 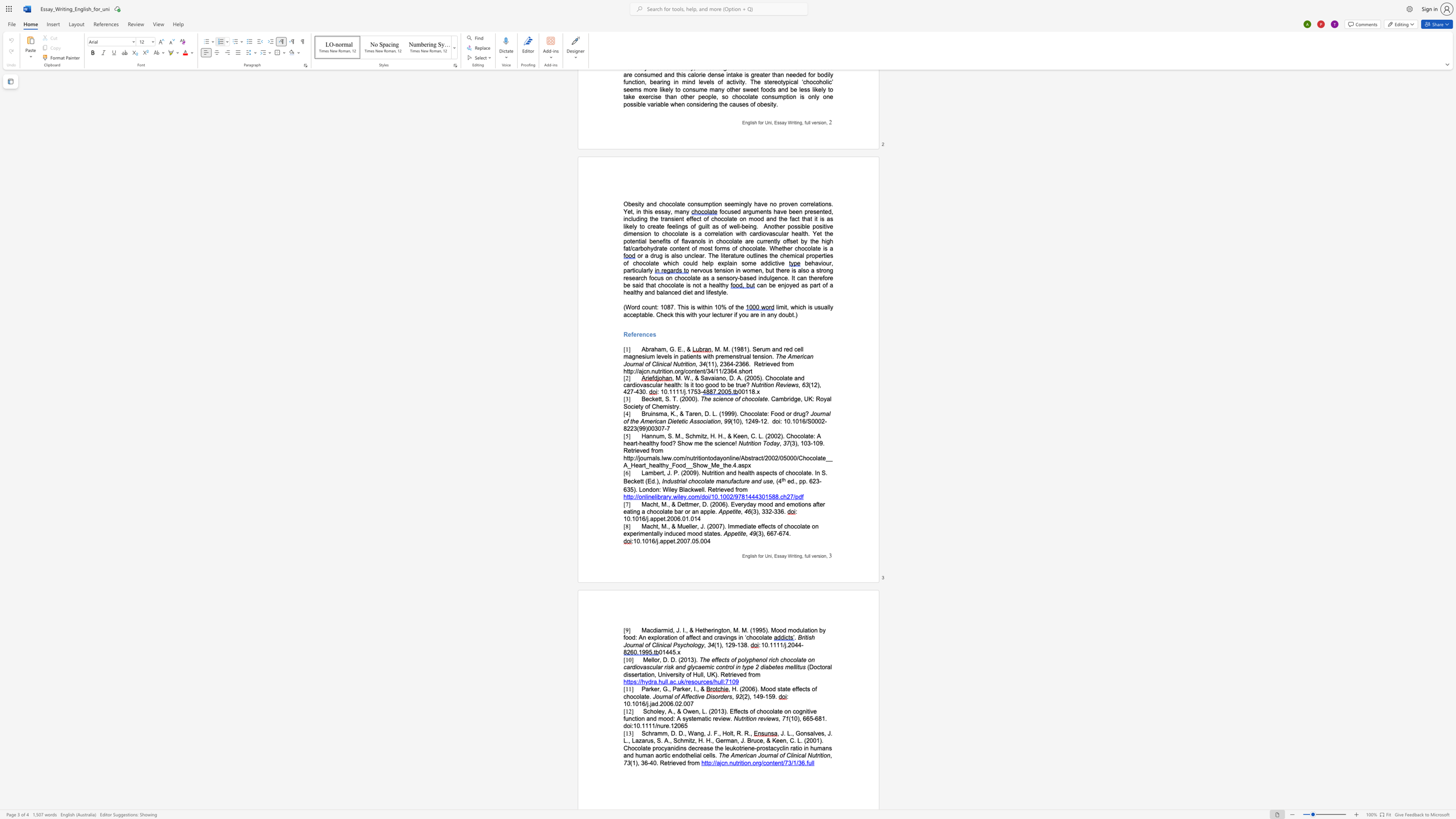 I want to click on the space between the continuous character "C" and "l" in the text, so click(x=655, y=644).